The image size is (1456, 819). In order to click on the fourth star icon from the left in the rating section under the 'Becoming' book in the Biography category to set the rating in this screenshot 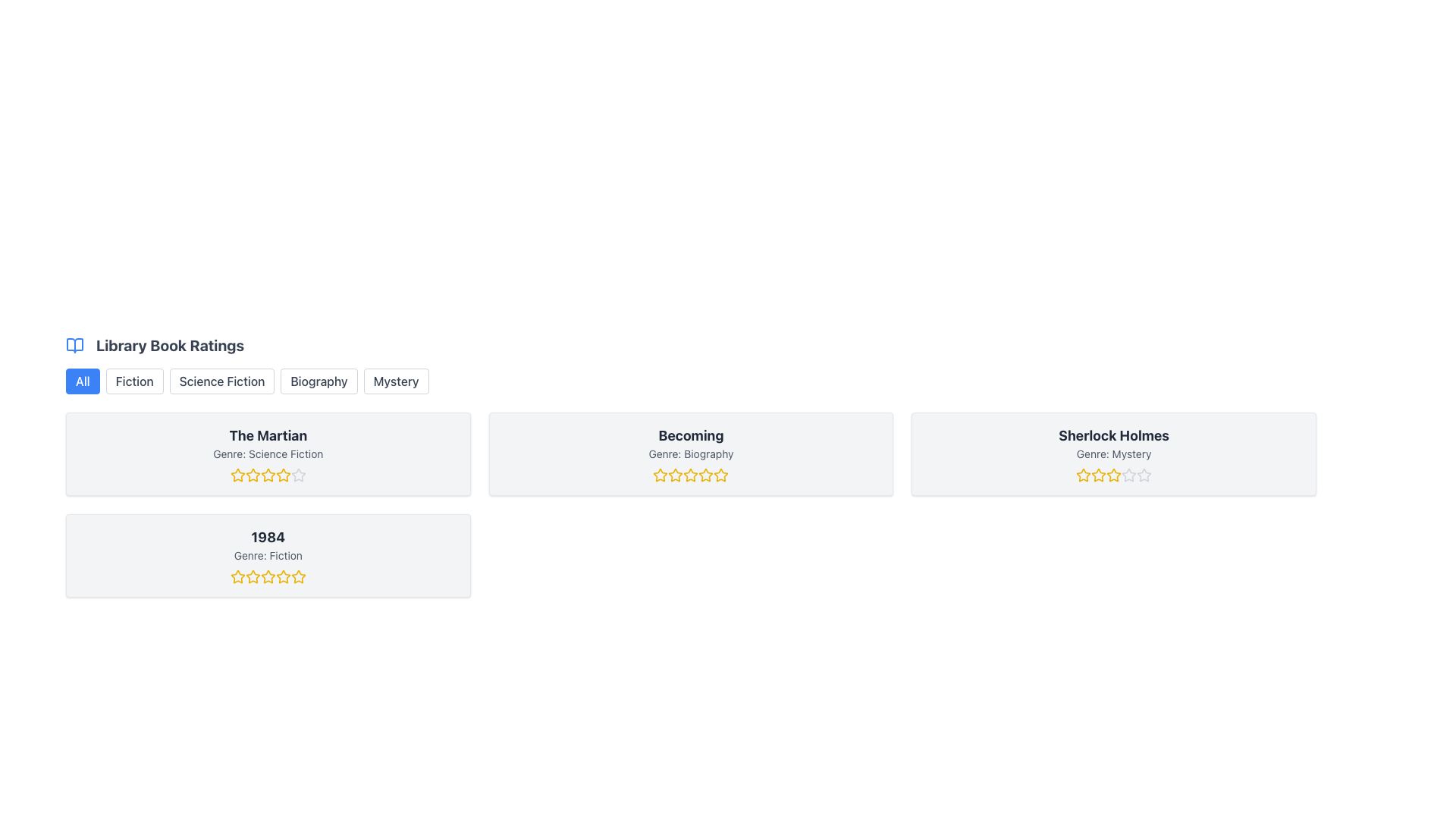, I will do `click(690, 475)`.